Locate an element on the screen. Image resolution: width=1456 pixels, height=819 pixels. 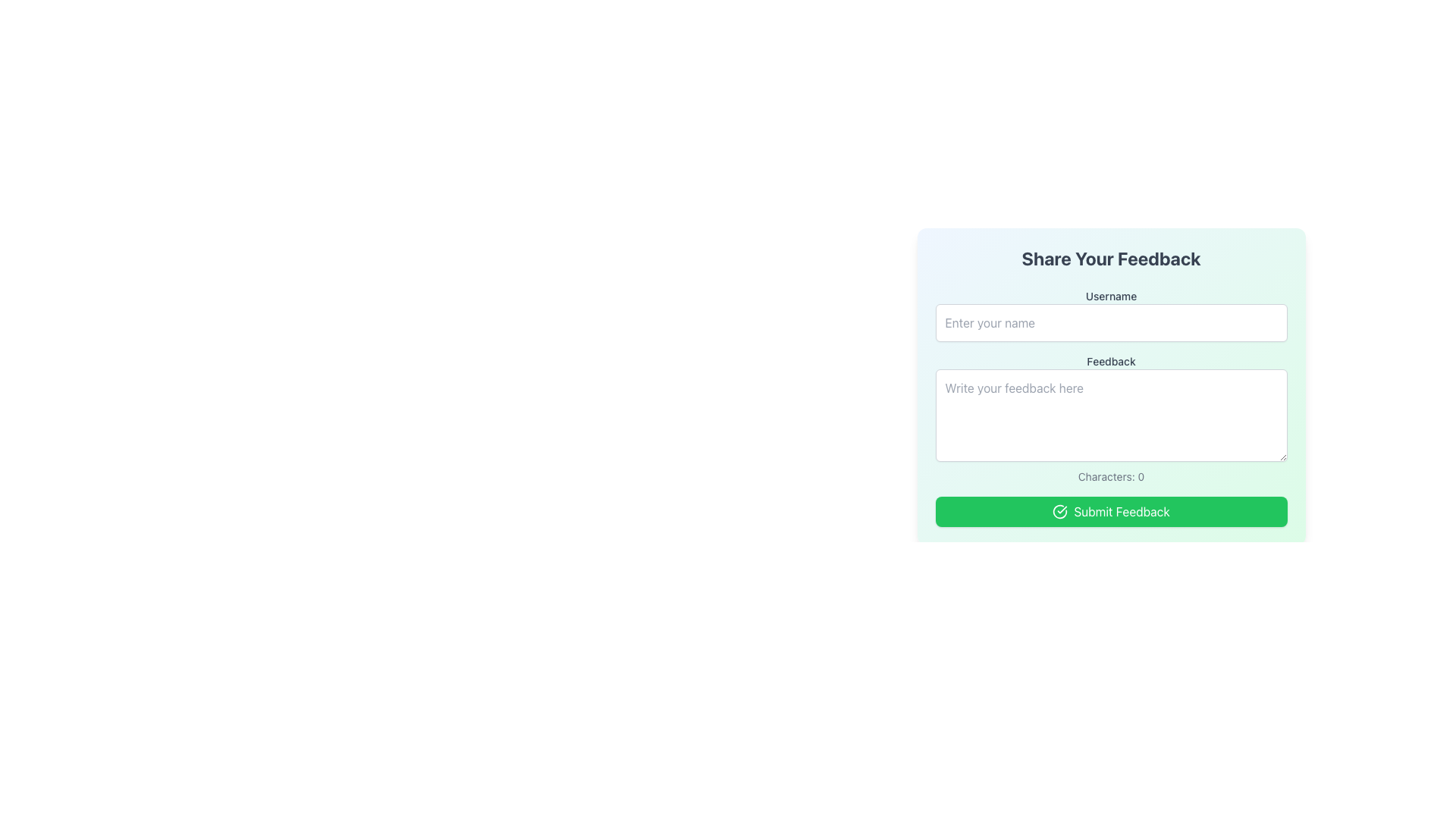
the 'Username' label which provides context for the associated input field, located centrally above the username input in the feedback form is located at coordinates (1111, 296).